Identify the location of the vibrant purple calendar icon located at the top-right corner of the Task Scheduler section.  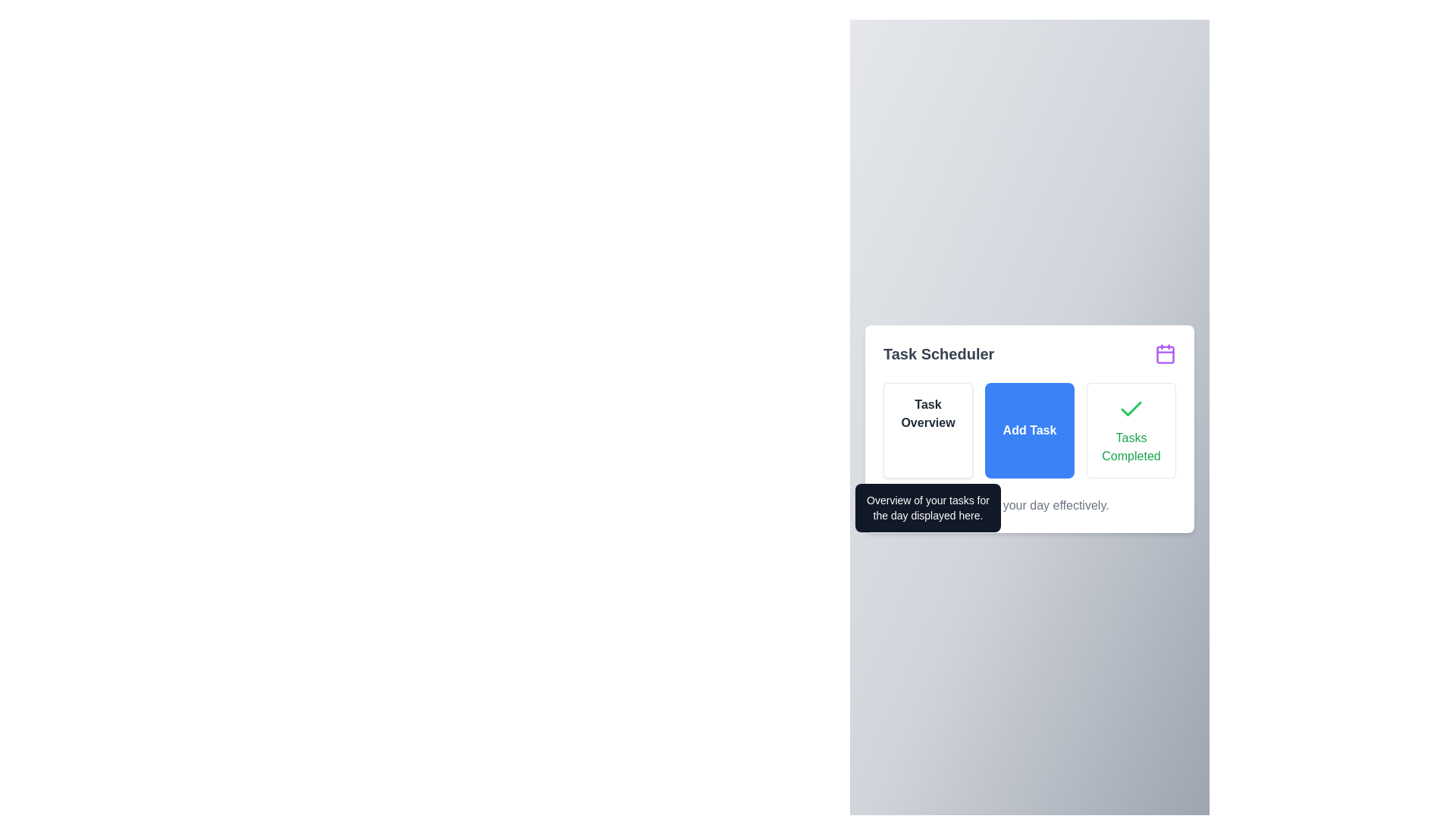
(1164, 353).